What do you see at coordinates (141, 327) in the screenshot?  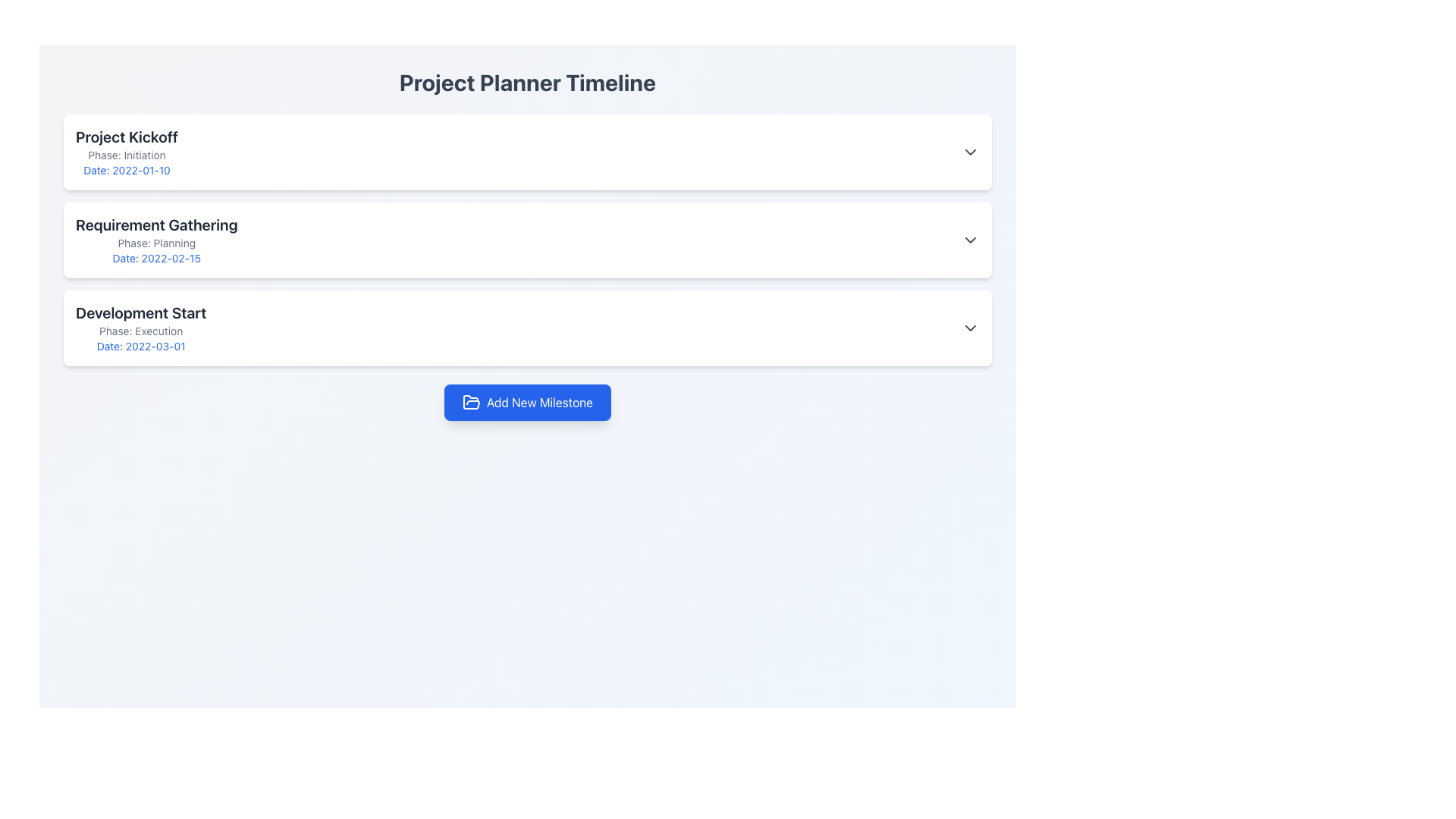 I see `the static text block titled 'Development Start'` at bounding box center [141, 327].